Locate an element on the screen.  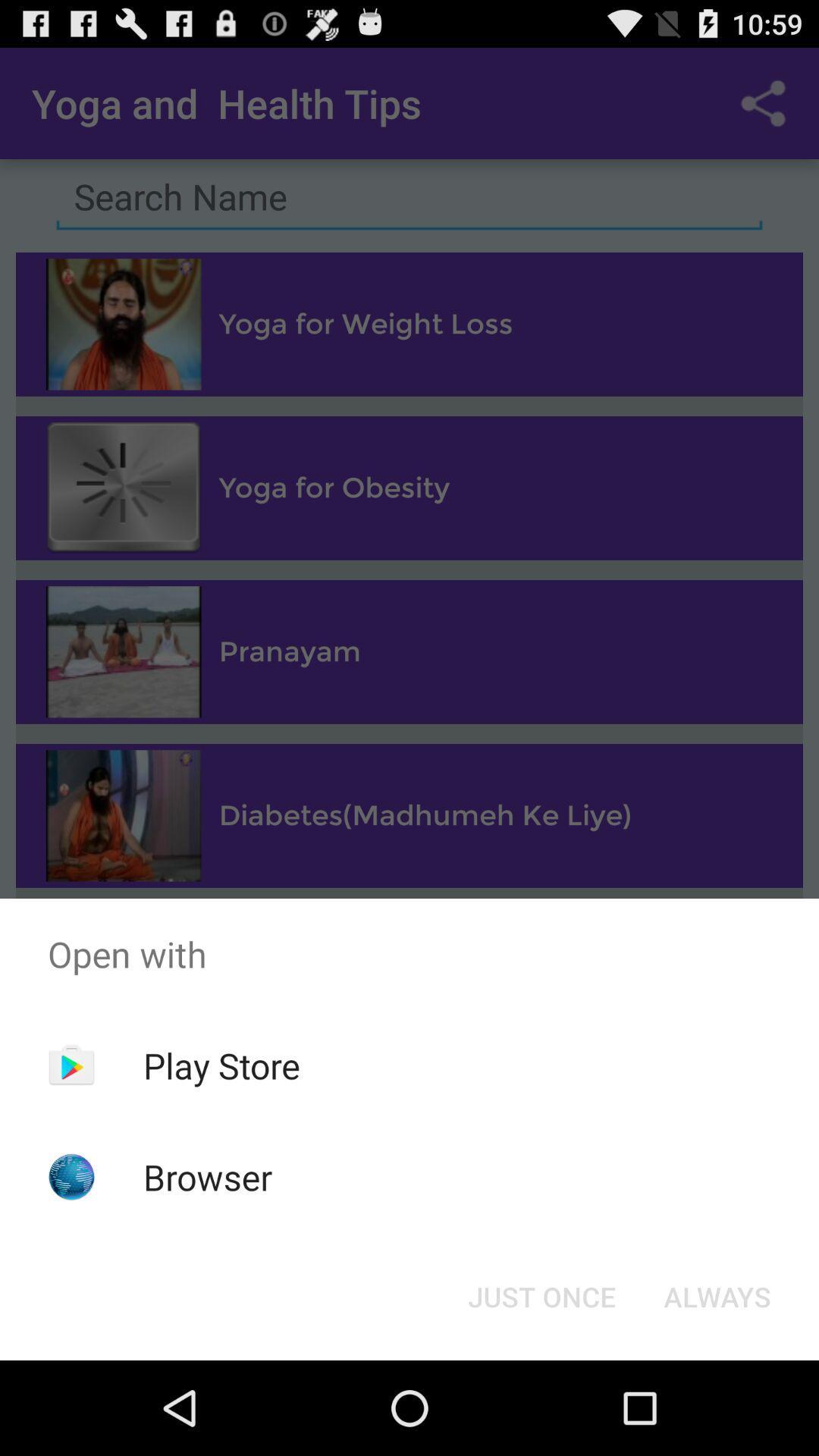
item above browser item is located at coordinates (221, 1065).